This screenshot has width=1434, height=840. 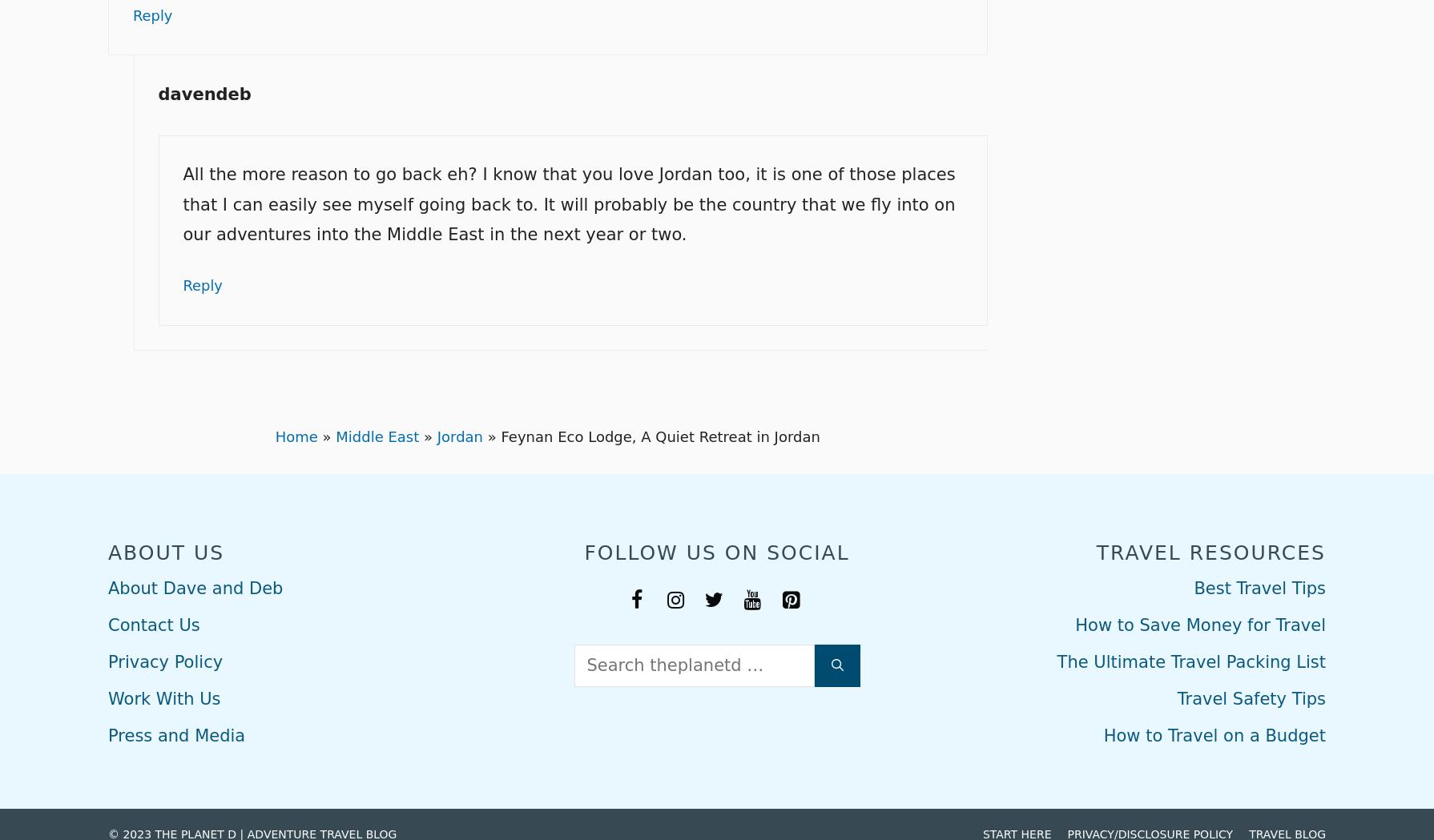 What do you see at coordinates (1259, 585) in the screenshot?
I see `'Best Travel Tips'` at bounding box center [1259, 585].